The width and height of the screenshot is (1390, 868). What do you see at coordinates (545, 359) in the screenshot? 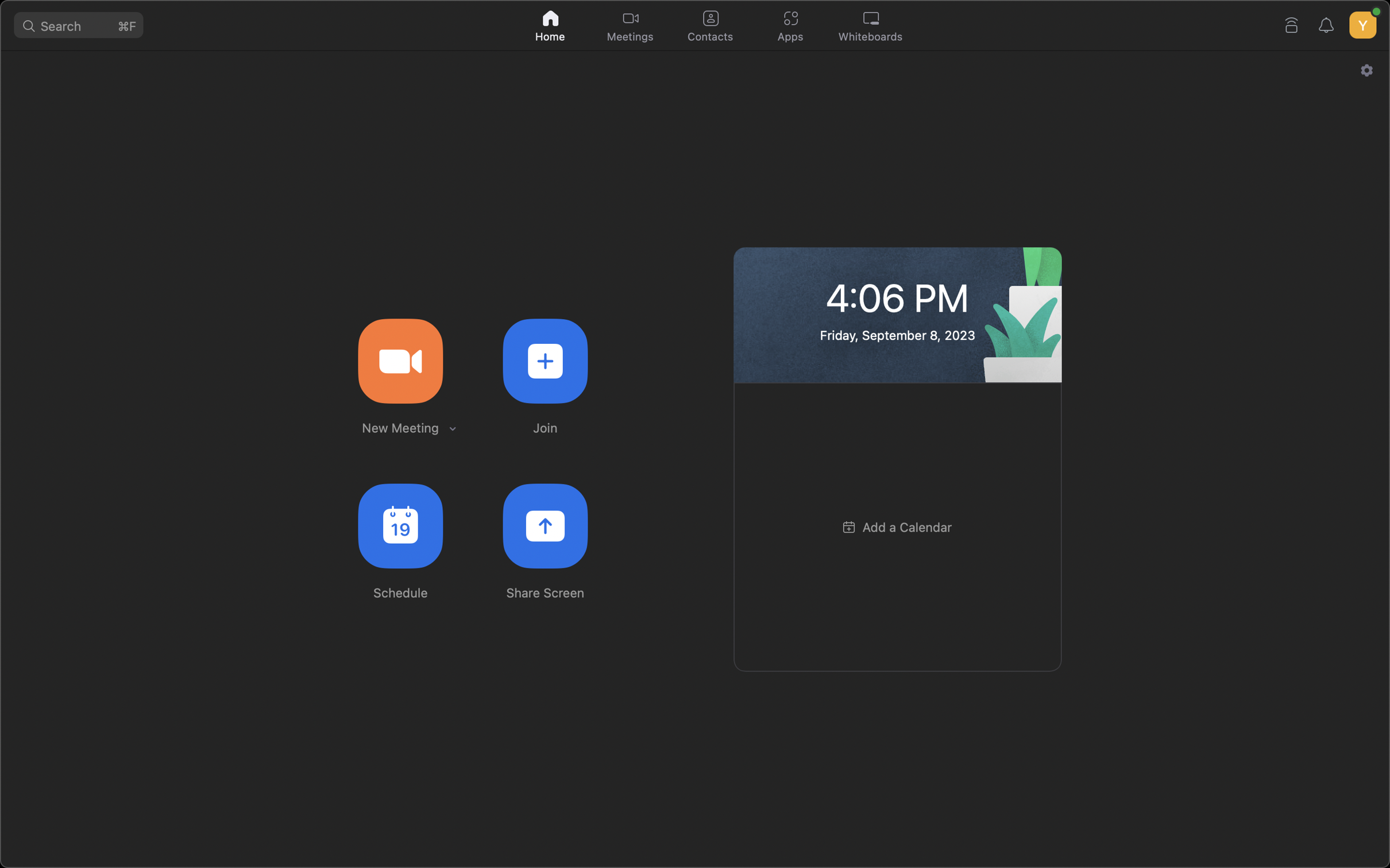
I see `Connect to the web meeting using the provided ID ABCDEFGH` at bounding box center [545, 359].